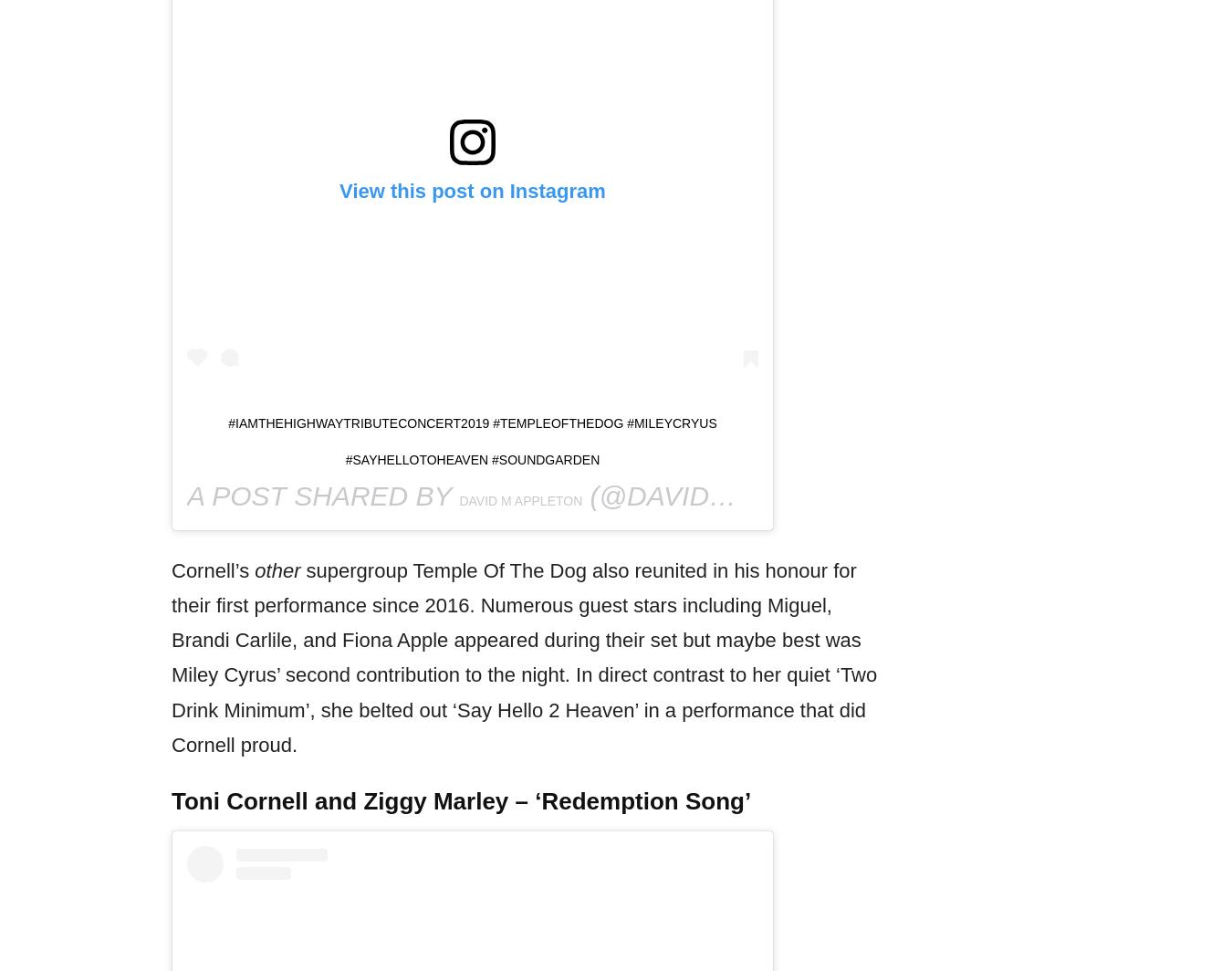  I want to click on 'Toni Cornell and Ziggy Marley – ‘Redemption Song’', so click(460, 801).